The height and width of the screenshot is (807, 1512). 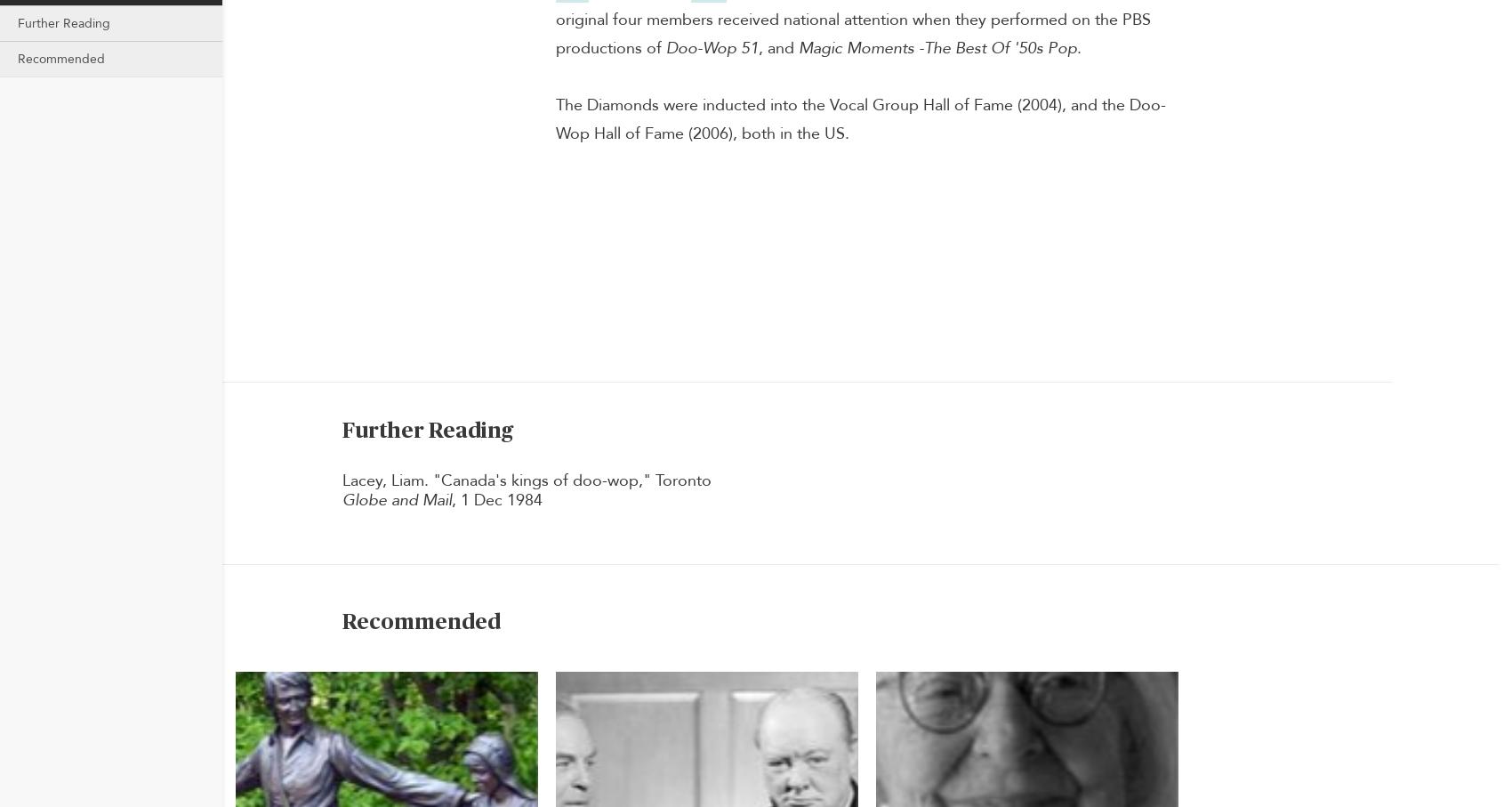 What do you see at coordinates (393, 120) in the screenshot?
I see `'Historica Canada'` at bounding box center [393, 120].